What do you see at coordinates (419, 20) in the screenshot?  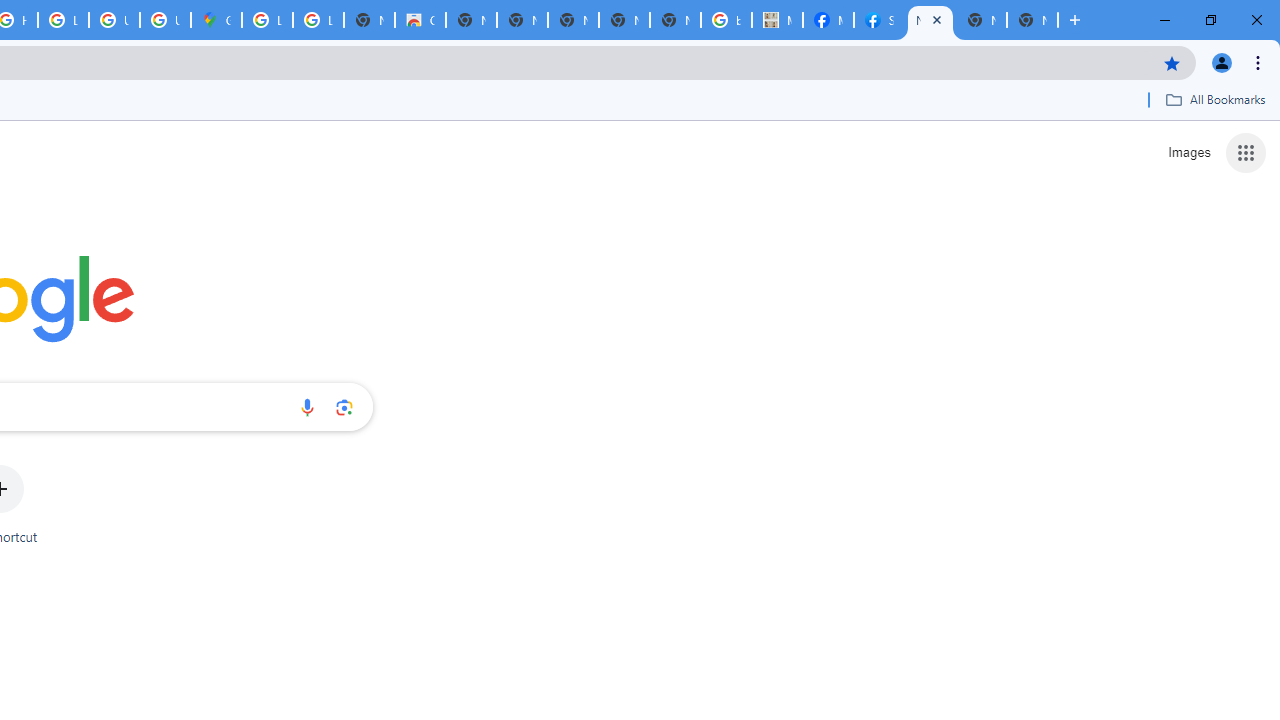 I see `'Chrome Web Store'` at bounding box center [419, 20].